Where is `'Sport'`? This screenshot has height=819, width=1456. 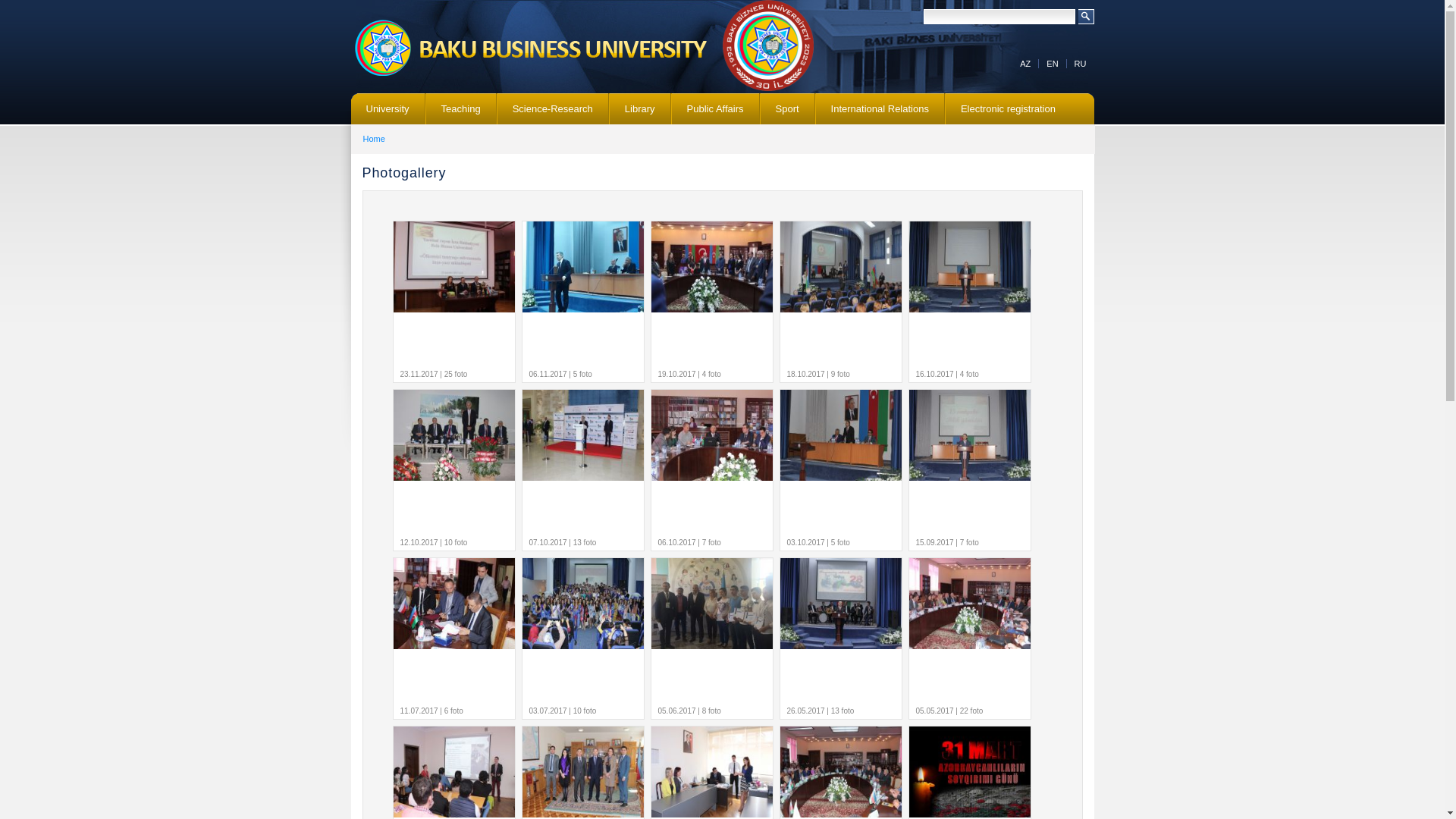 'Sport' is located at coordinates (787, 108).